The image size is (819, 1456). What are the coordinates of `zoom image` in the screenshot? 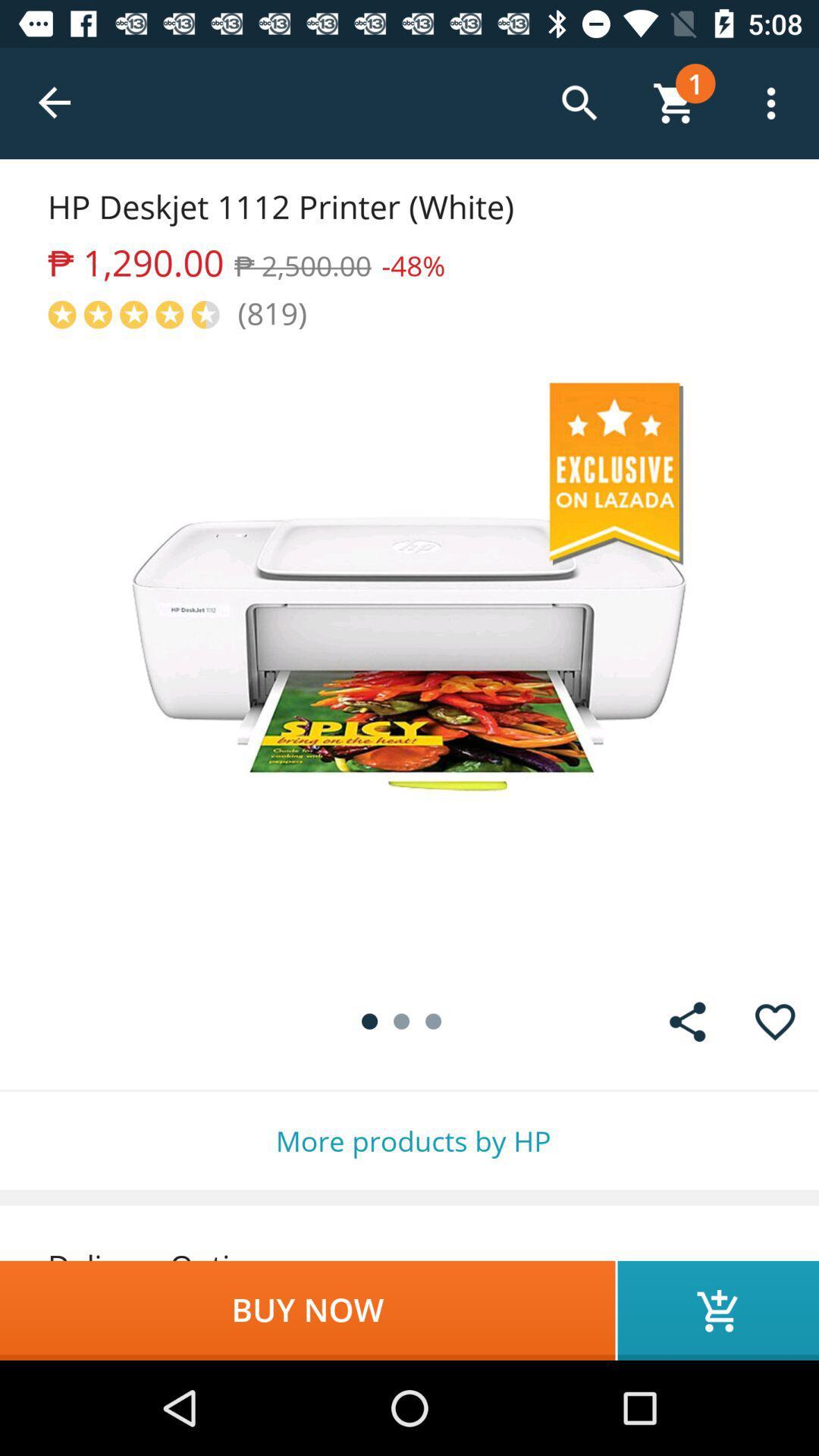 It's located at (409, 655).